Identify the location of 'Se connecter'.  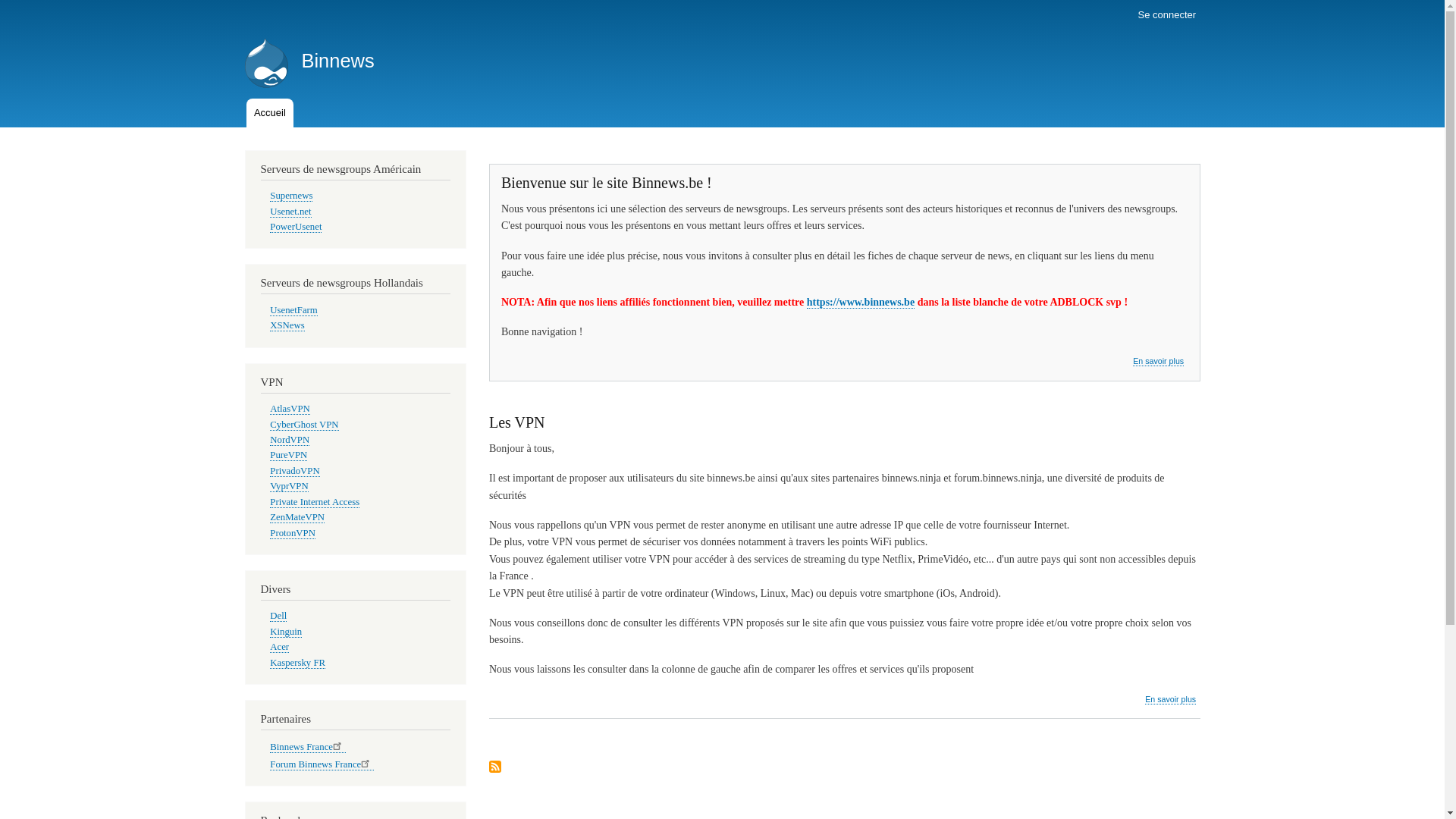
(1166, 14).